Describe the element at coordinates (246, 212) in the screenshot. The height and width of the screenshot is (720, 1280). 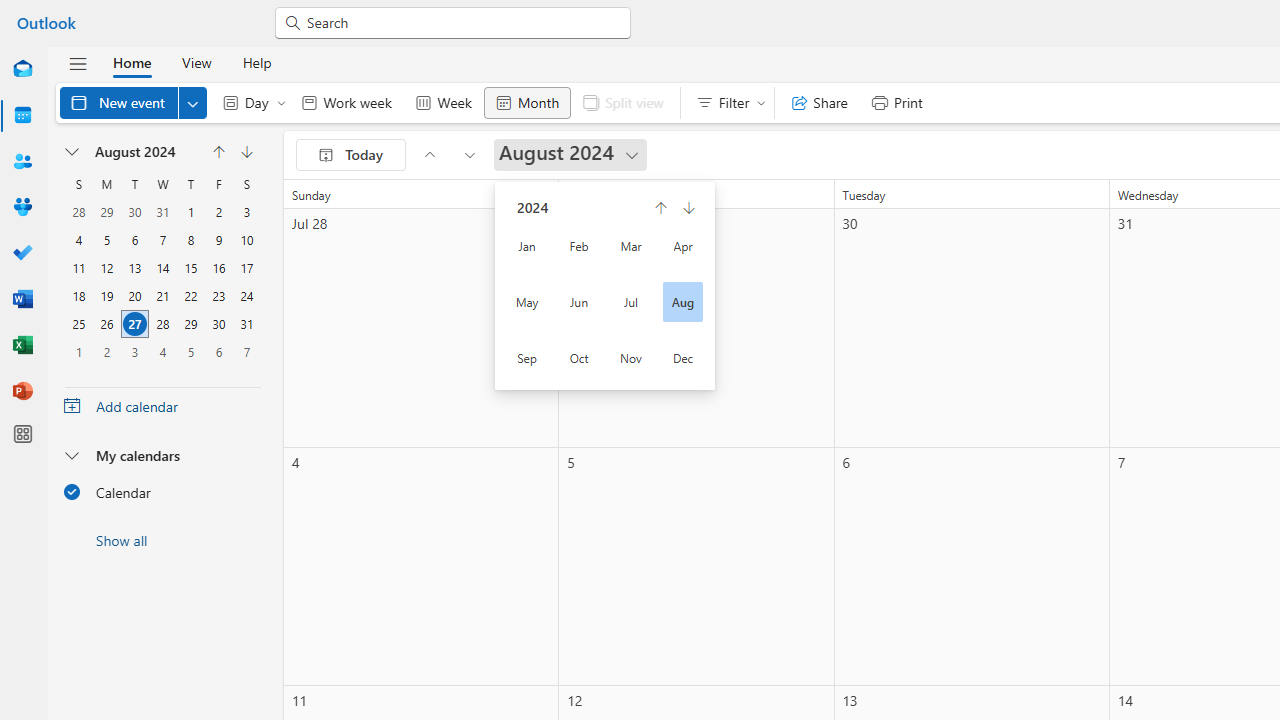
I see `'3, August, 2024'` at that location.